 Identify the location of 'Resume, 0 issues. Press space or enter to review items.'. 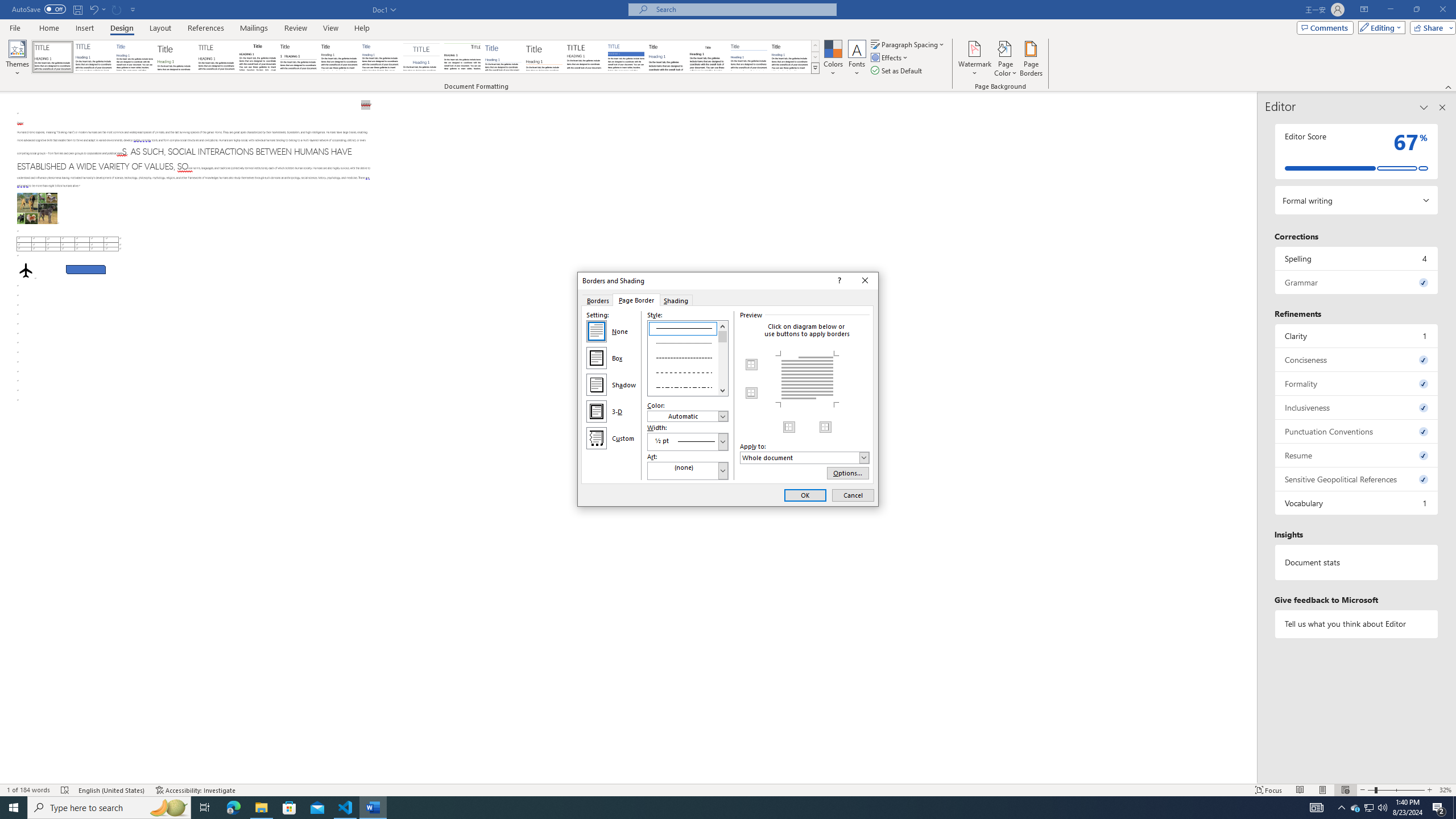
(1356, 455).